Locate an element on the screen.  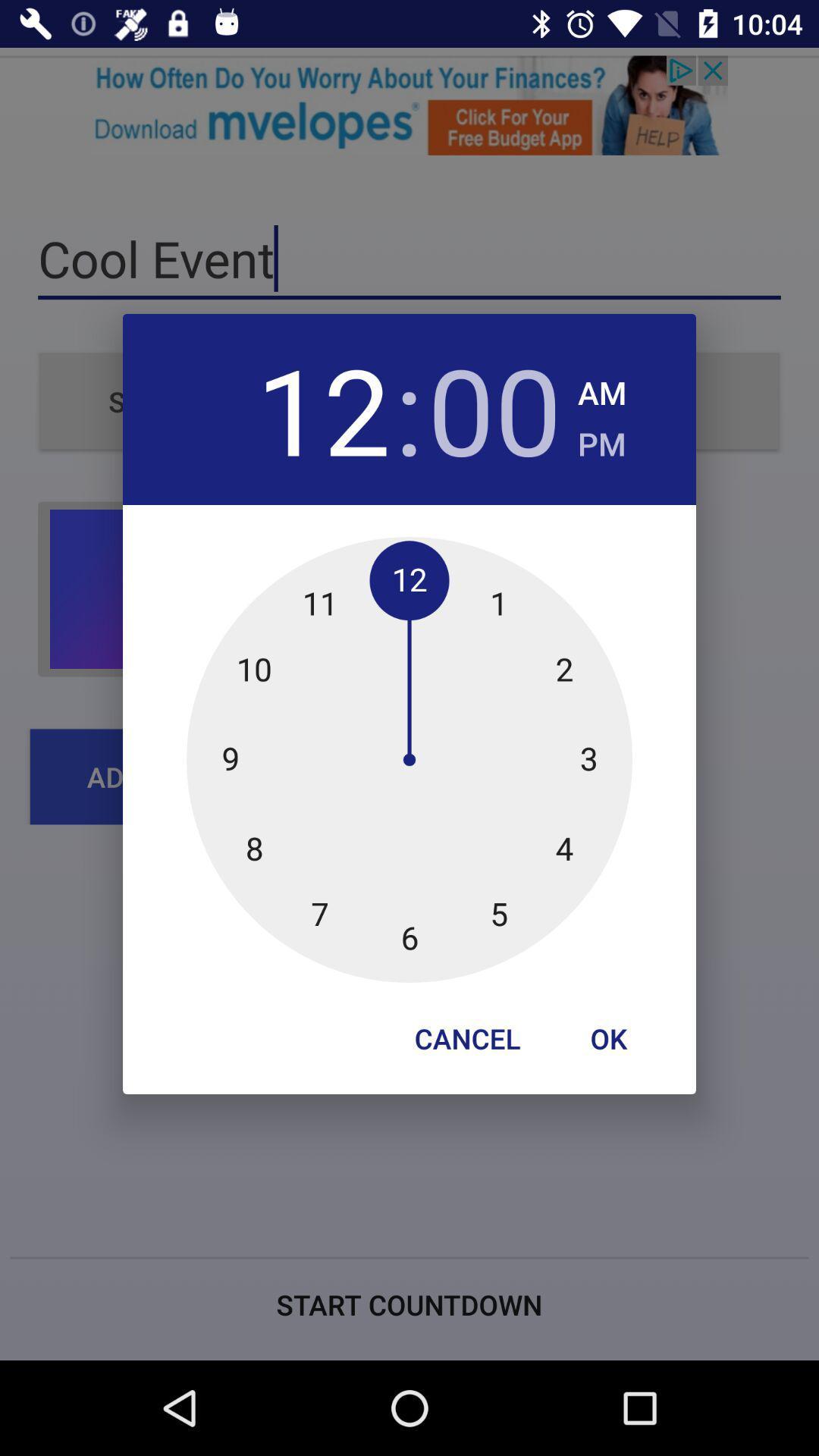
the item next to : app is located at coordinates (494, 409).